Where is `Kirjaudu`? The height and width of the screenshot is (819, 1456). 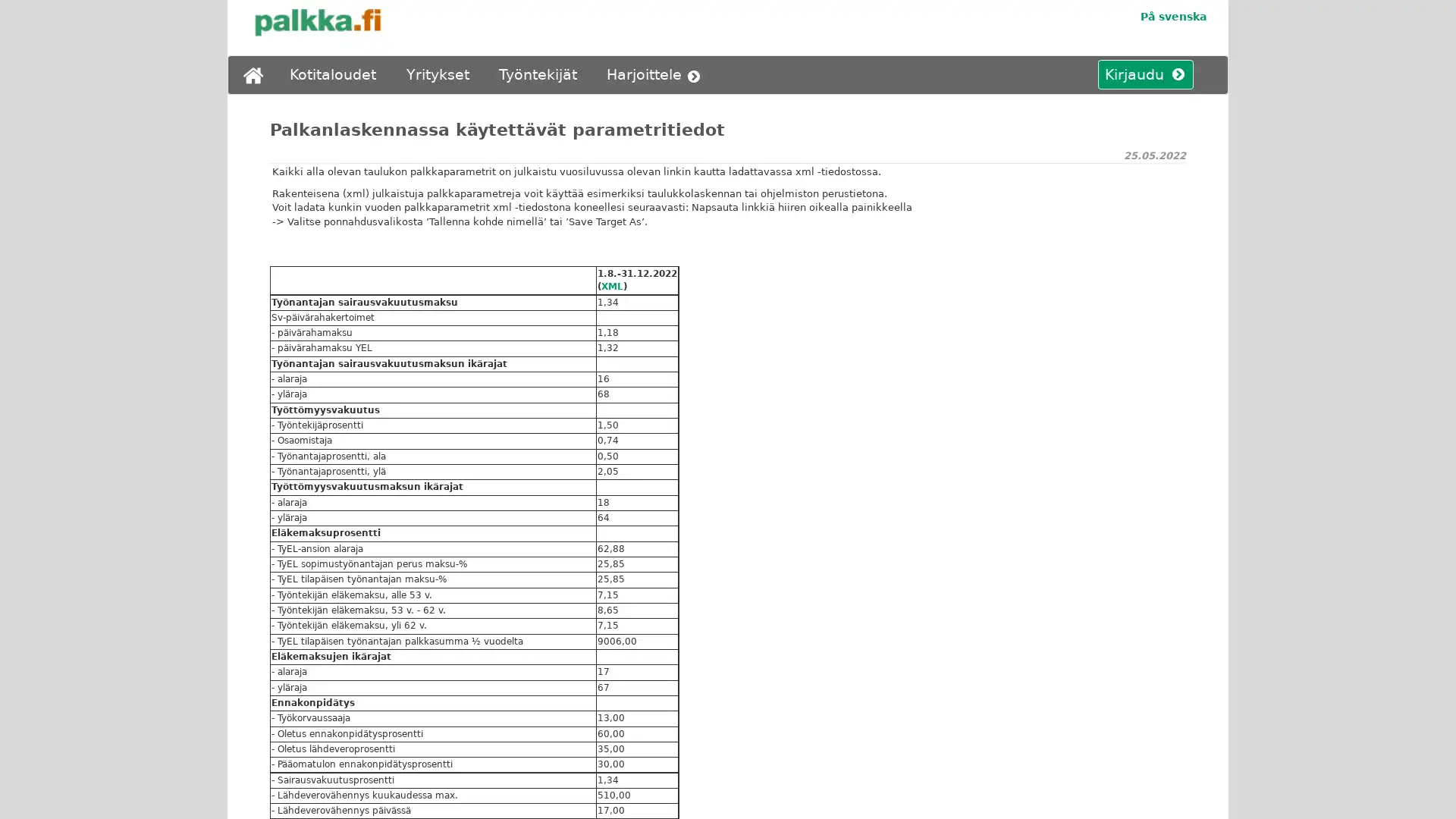 Kirjaudu is located at coordinates (1139, 75).